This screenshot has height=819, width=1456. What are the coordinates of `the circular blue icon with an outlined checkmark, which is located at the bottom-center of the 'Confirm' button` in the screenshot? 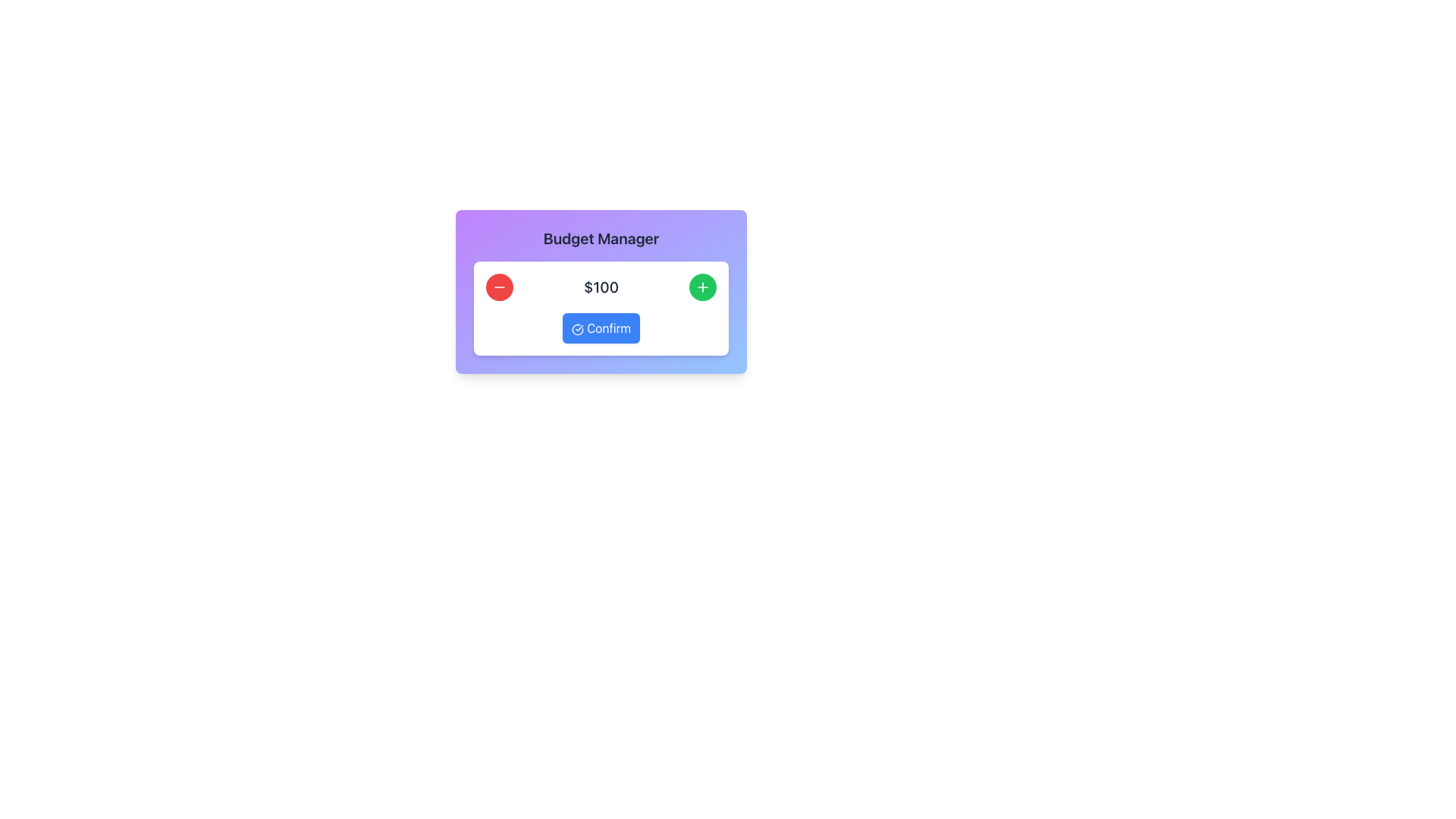 It's located at (576, 328).